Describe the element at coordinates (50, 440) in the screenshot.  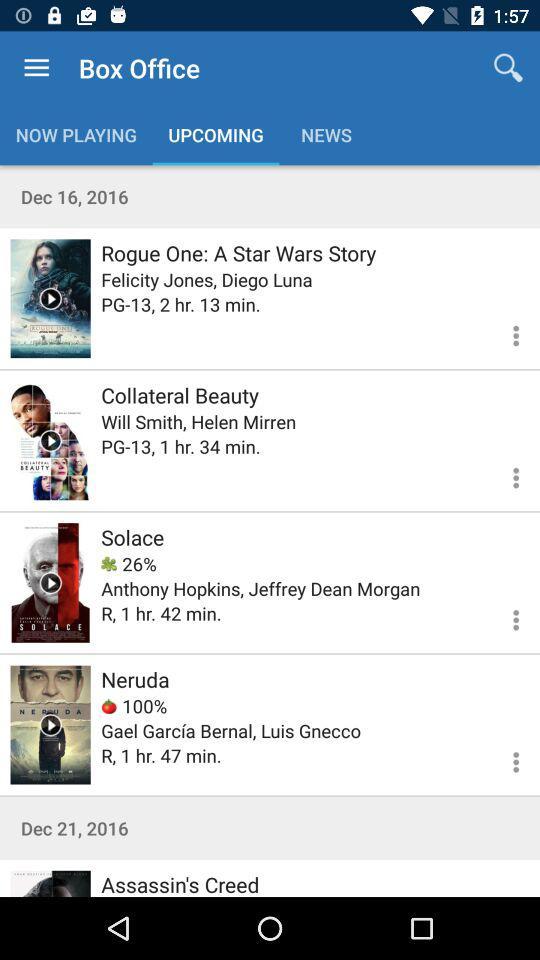
I see `he can activate the simple voice command` at that location.